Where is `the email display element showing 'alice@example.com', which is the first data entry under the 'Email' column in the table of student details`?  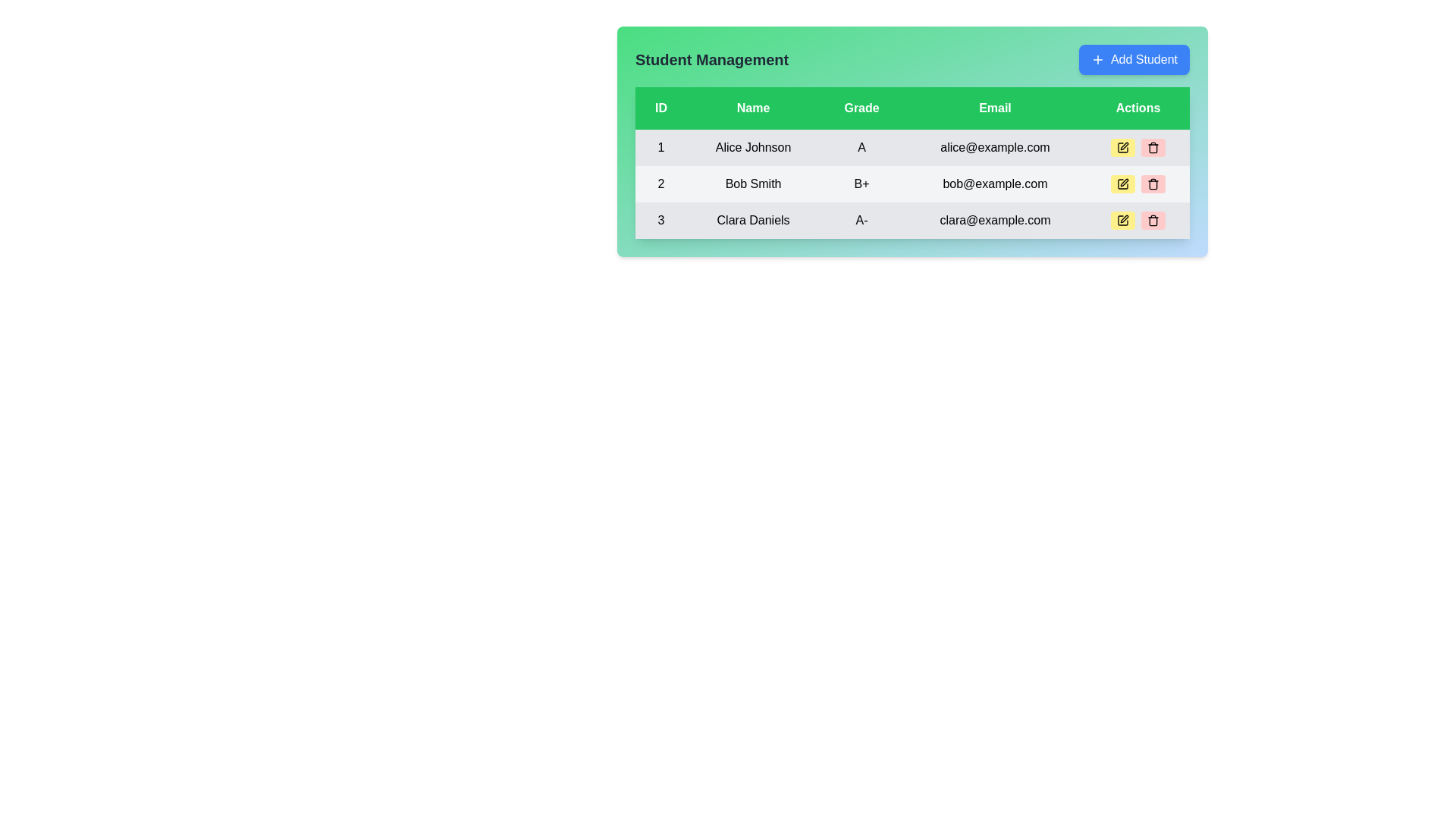 the email display element showing 'alice@example.com', which is the first data entry under the 'Email' column in the table of student details is located at coordinates (995, 148).